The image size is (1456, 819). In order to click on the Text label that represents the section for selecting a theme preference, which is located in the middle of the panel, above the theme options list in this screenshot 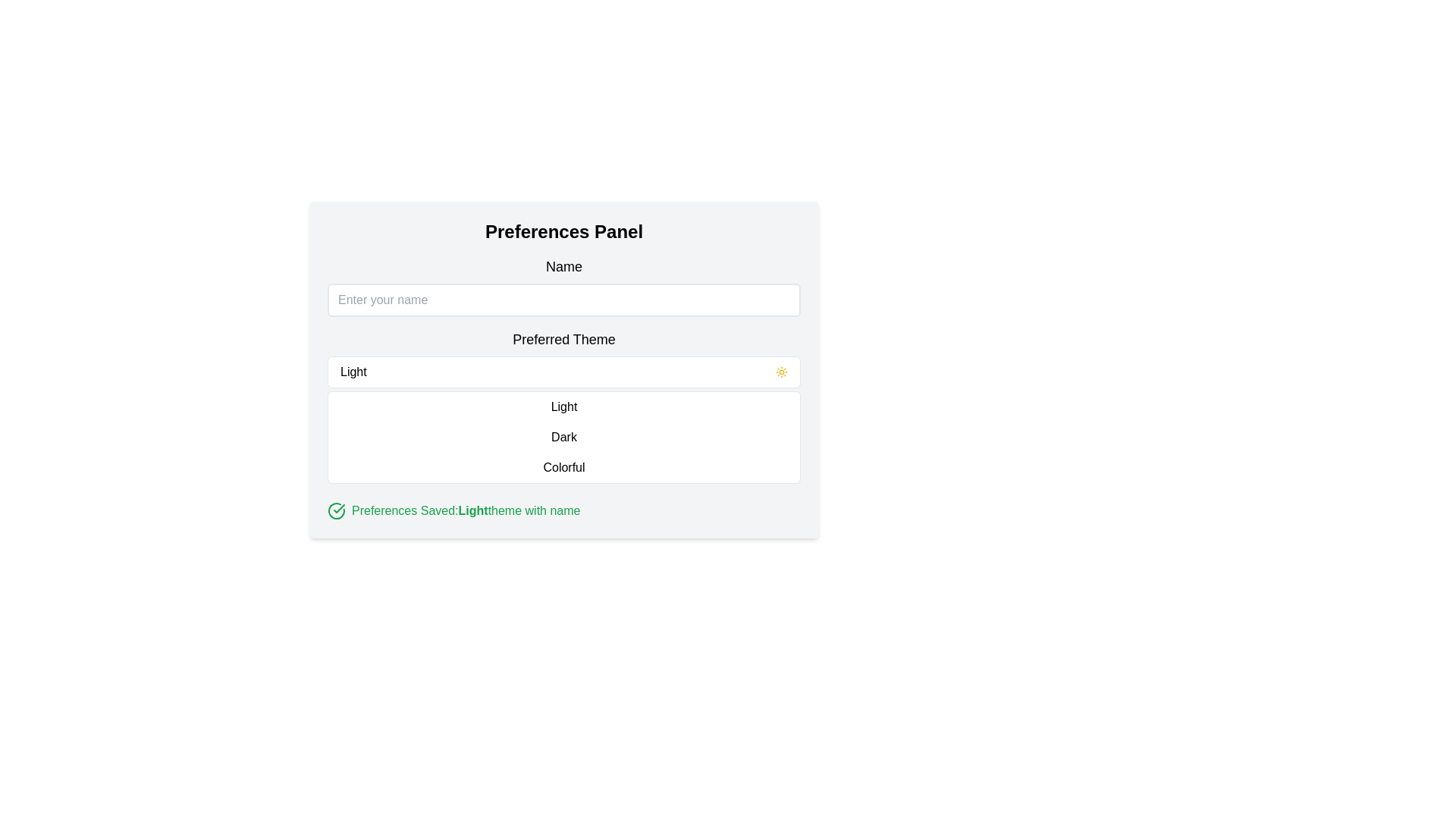, I will do `click(563, 338)`.